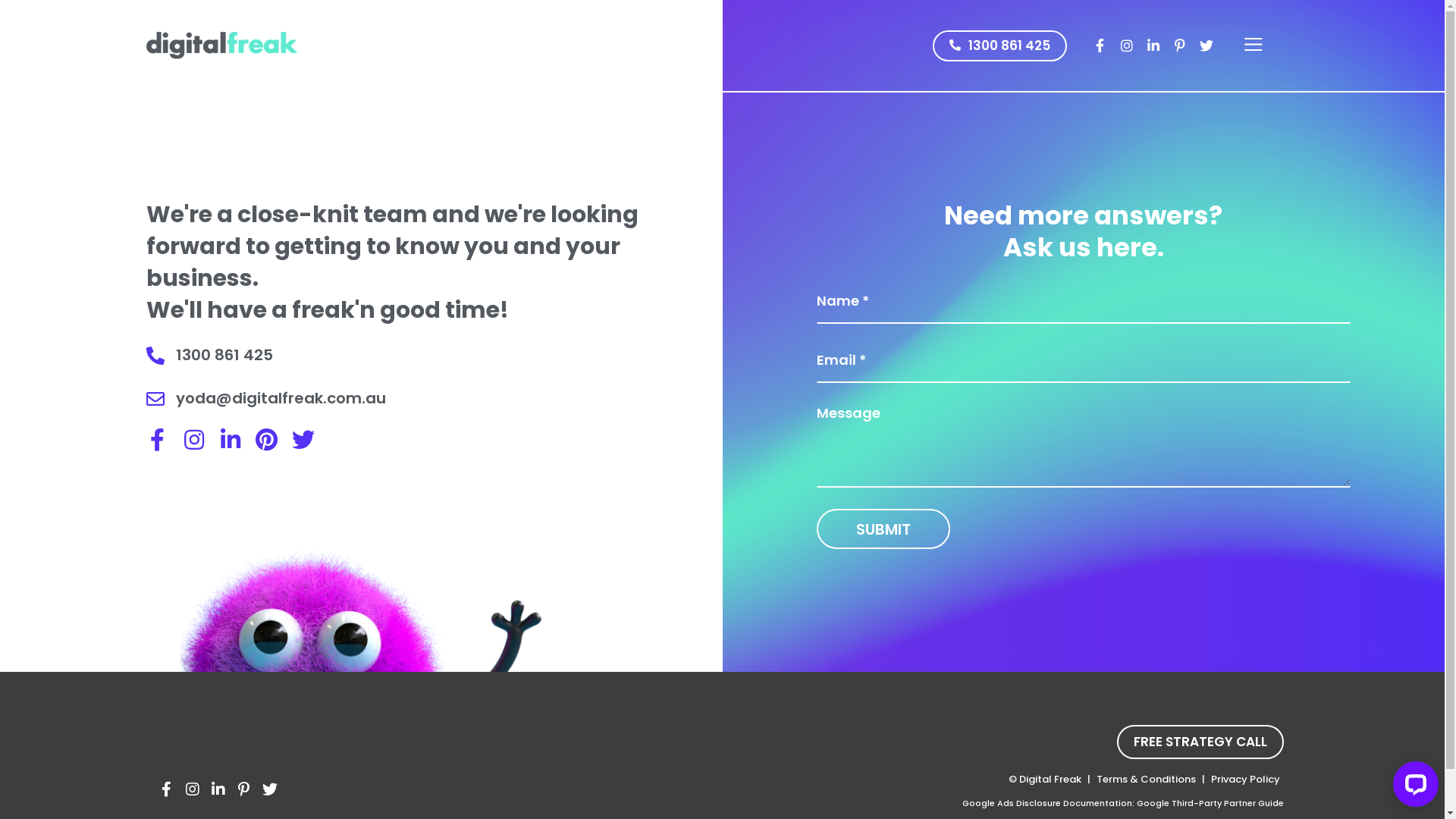  Describe the element at coordinates (815, 528) in the screenshot. I see `'Submit'` at that location.